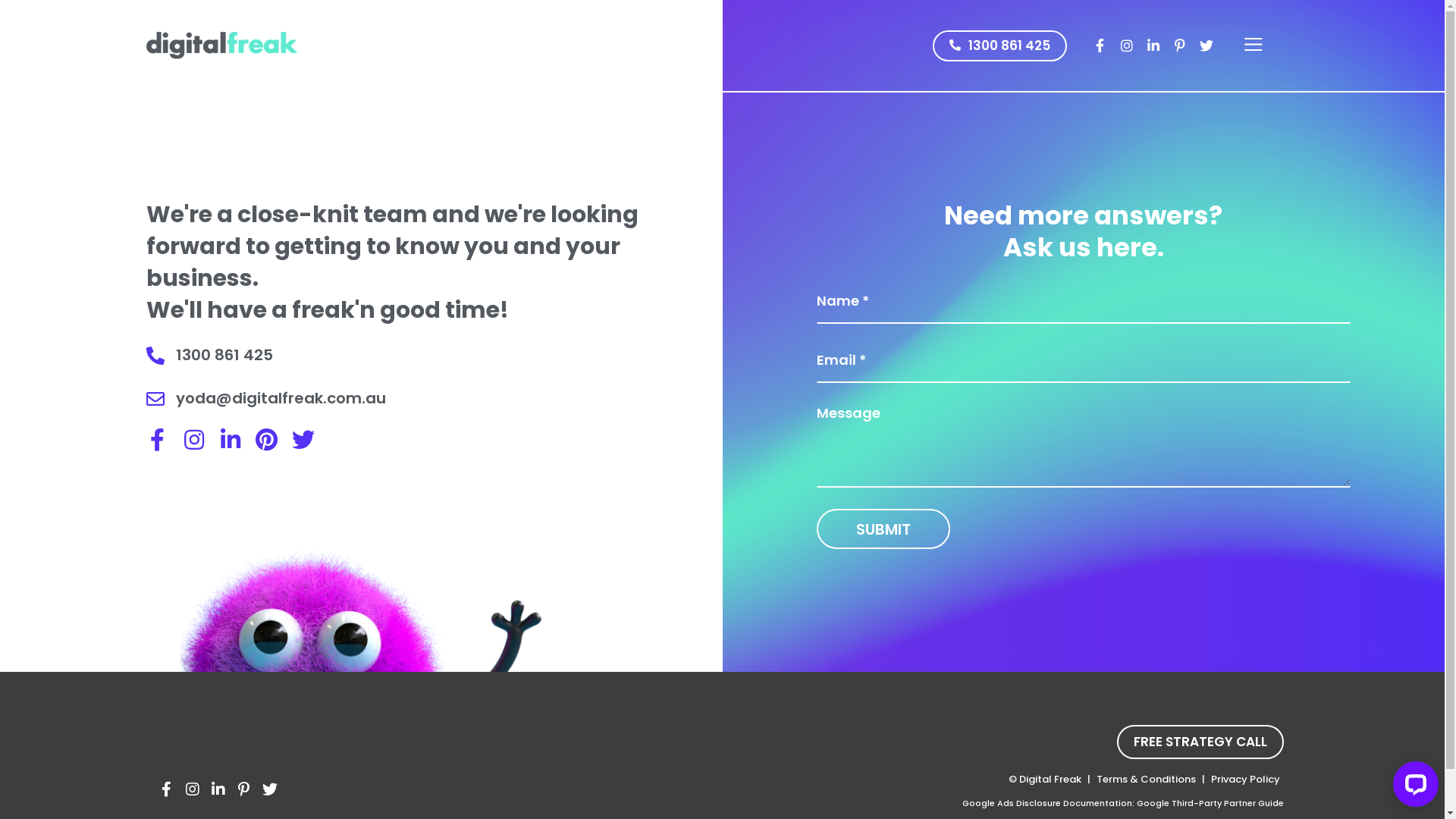  Describe the element at coordinates (815, 528) in the screenshot. I see `'Submit'` at that location.